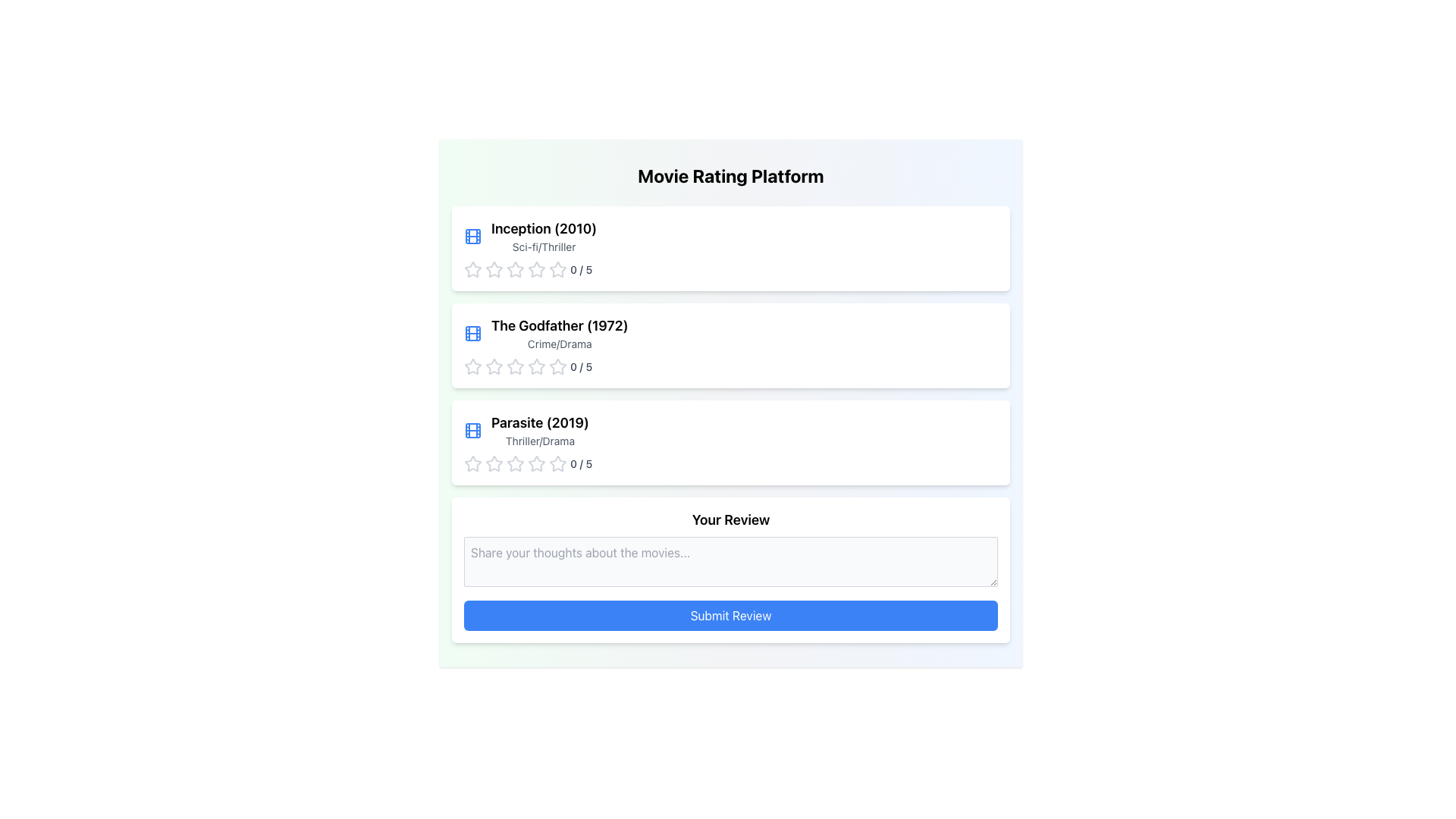 Image resolution: width=1456 pixels, height=819 pixels. I want to click on the star rating display and selector for the movie 'Parasite (2019)' to reset the rating, so click(731, 463).